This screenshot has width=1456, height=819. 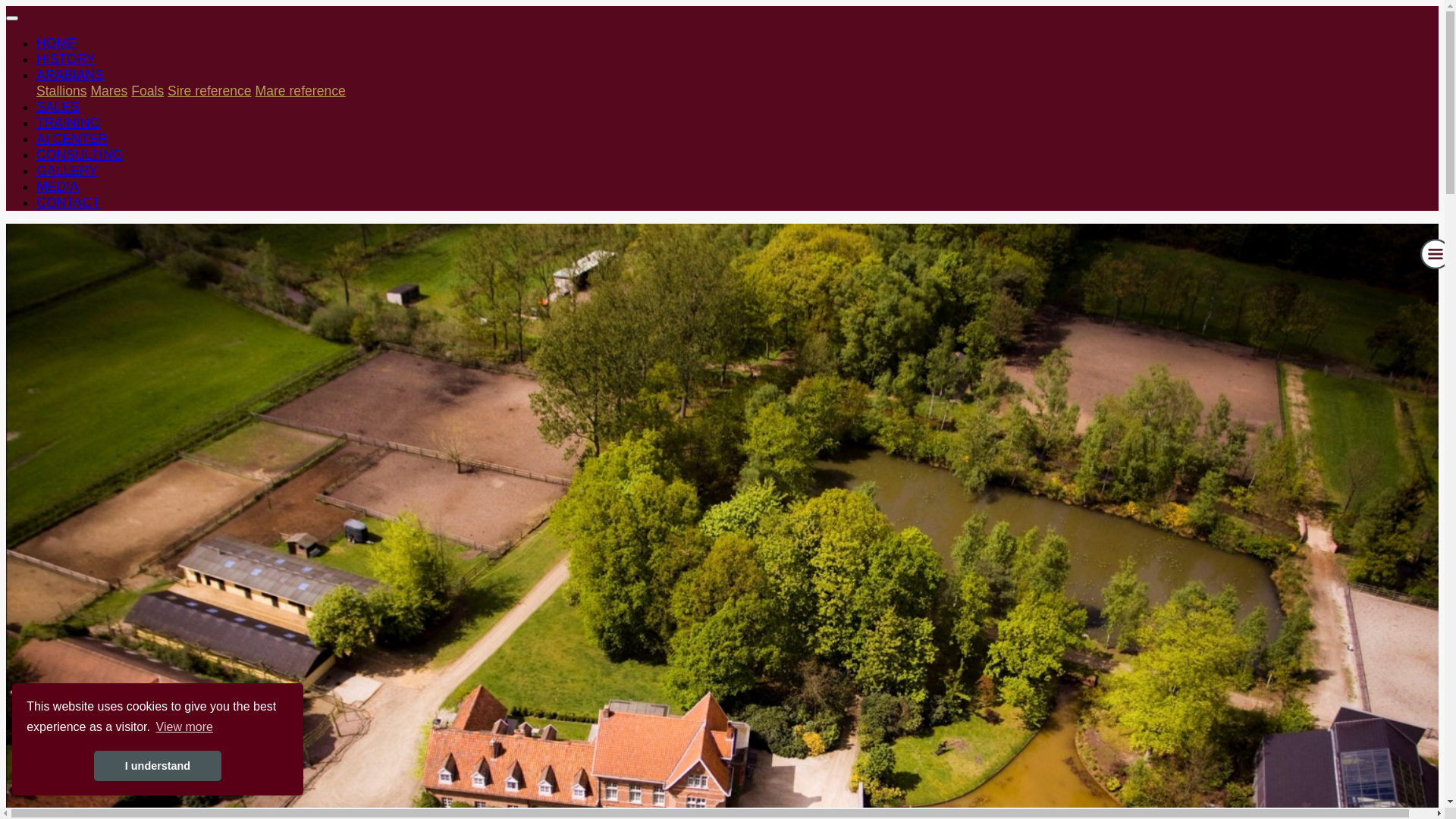 I want to click on 'HISTORY', so click(x=36, y=58).